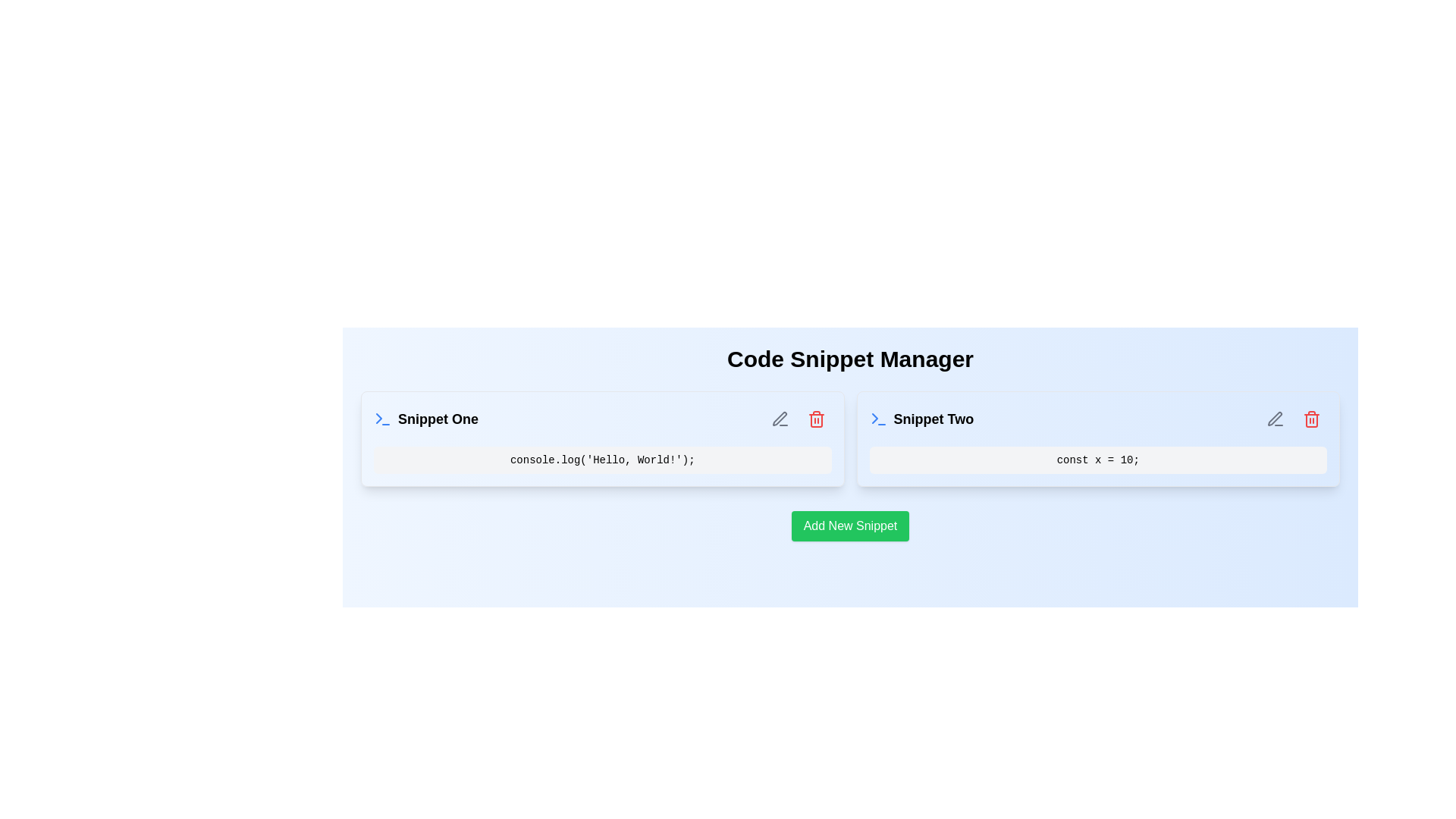 This screenshot has height=819, width=1456. I want to click on the 'Add New Snippet' button with a green background and white text, so click(850, 526).